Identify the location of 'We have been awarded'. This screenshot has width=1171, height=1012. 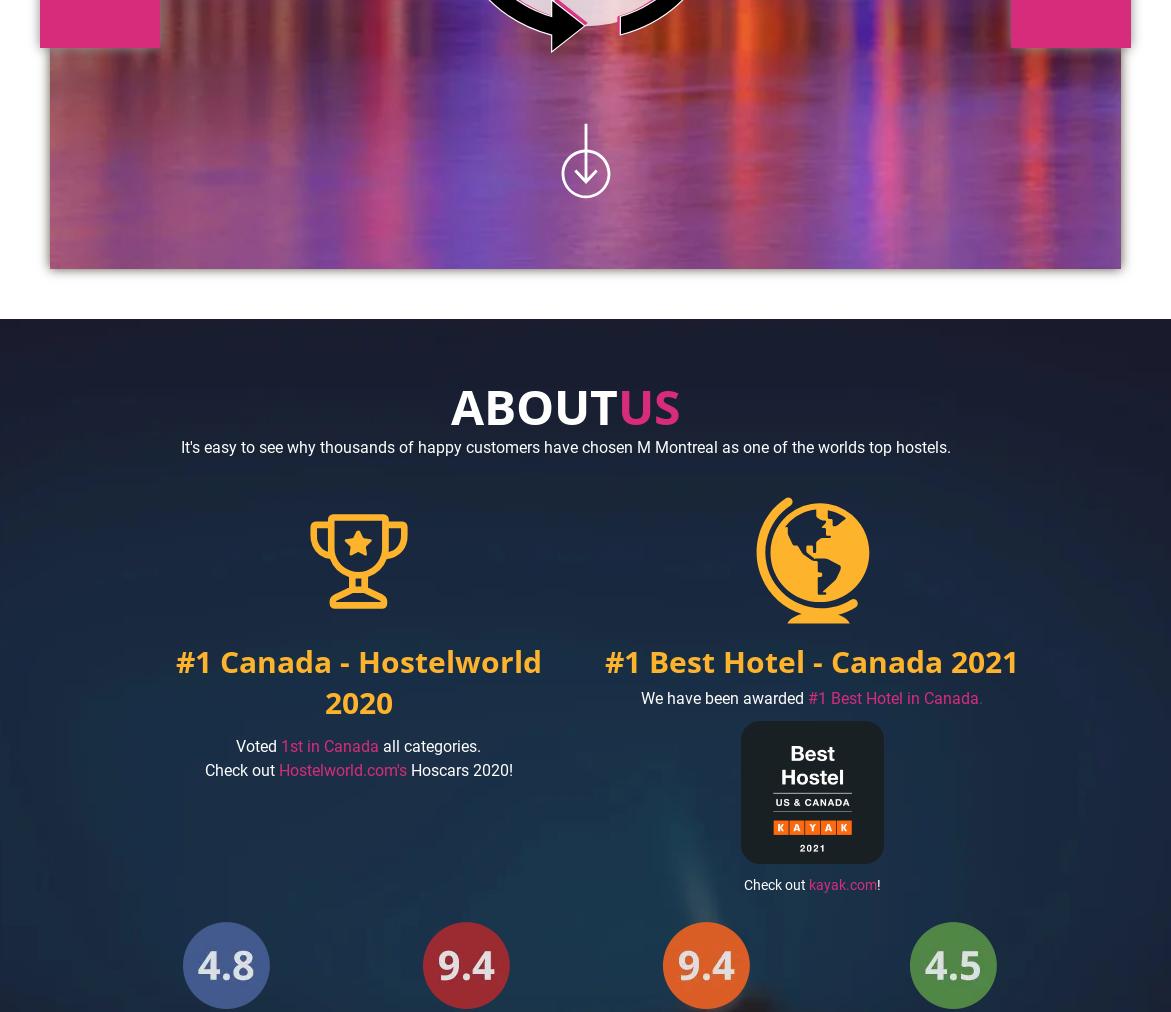
(722, 697).